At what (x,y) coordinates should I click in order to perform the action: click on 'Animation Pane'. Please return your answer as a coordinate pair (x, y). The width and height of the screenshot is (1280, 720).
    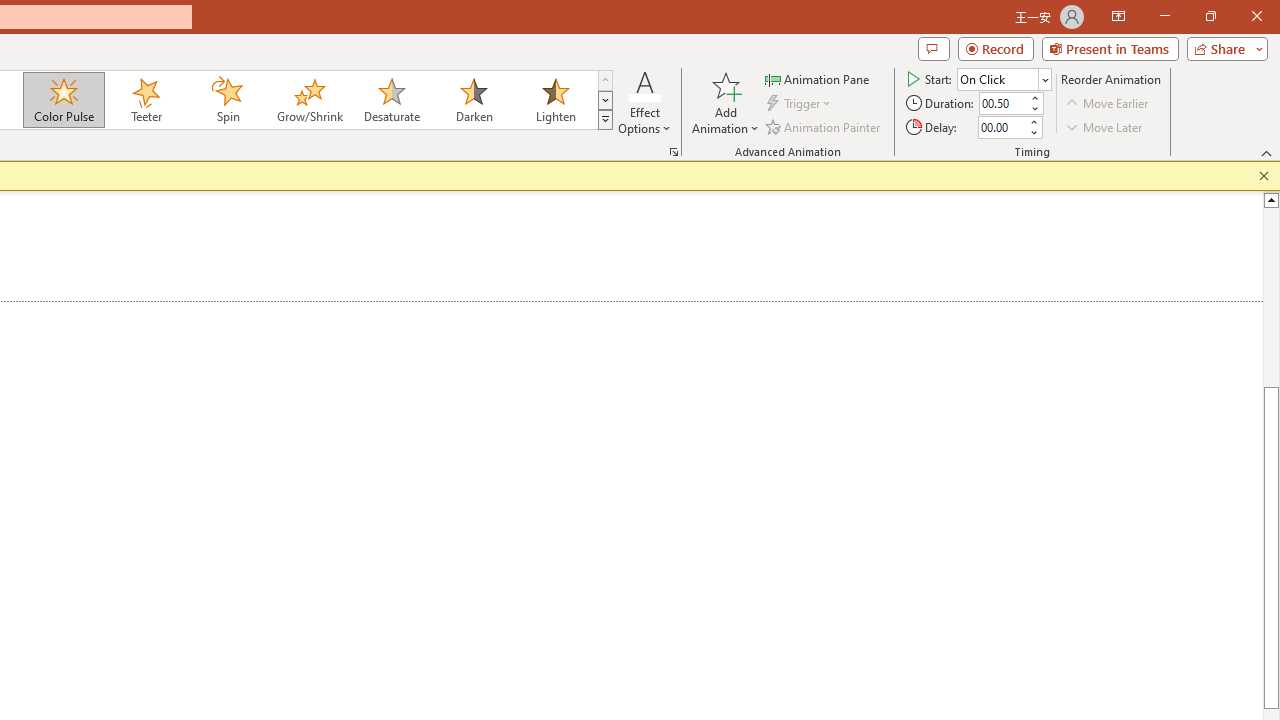
    Looking at the image, I should click on (818, 78).